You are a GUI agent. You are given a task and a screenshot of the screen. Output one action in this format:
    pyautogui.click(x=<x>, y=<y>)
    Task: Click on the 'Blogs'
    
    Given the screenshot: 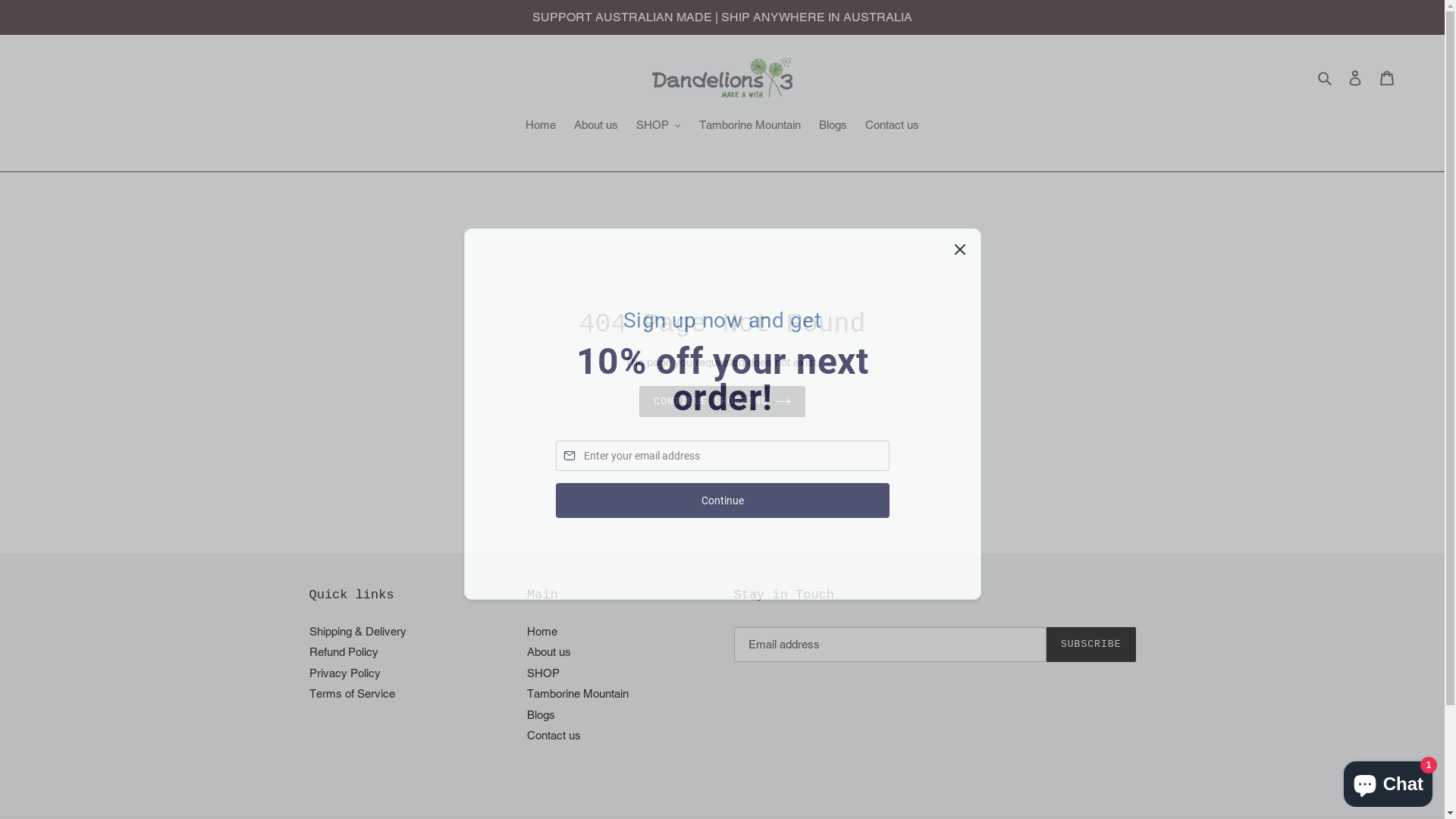 What is the action you would take?
    pyautogui.click(x=832, y=125)
    